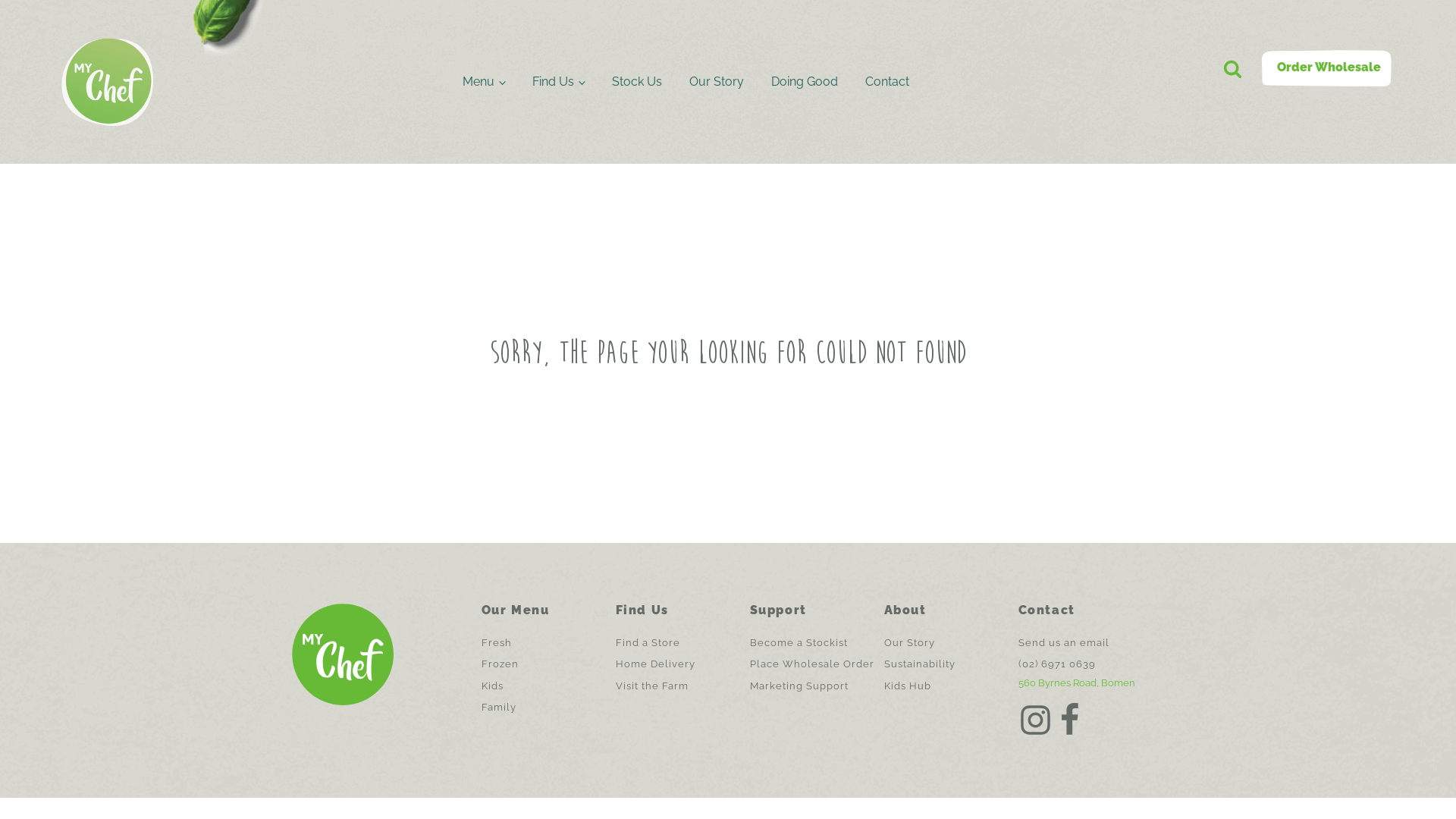  Describe the element at coordinates (811, 663) in the screenshot. I see `'Place Wholesale Order'` at that location.